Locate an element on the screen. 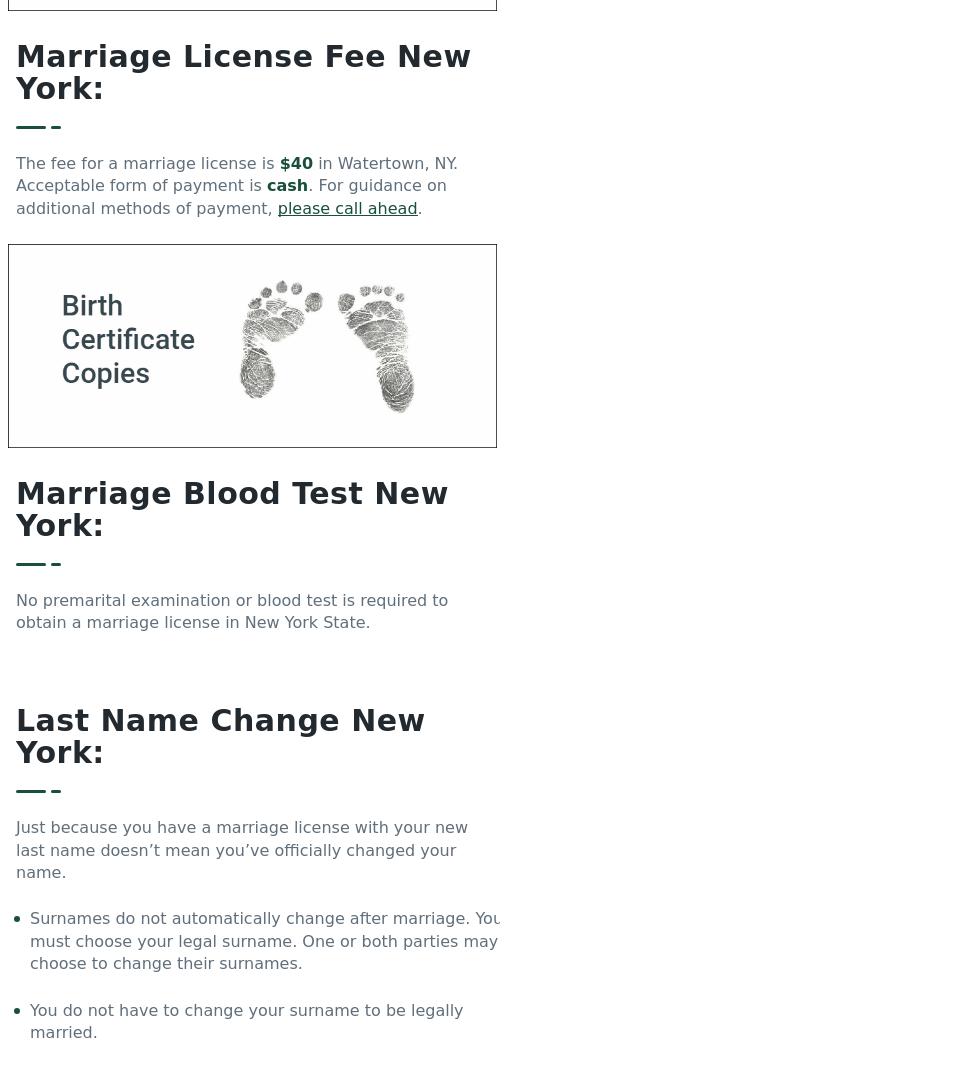 This screenshot has width=978, height=1065. 'Last Name Change New York:' is located at coordinates (16, 736).